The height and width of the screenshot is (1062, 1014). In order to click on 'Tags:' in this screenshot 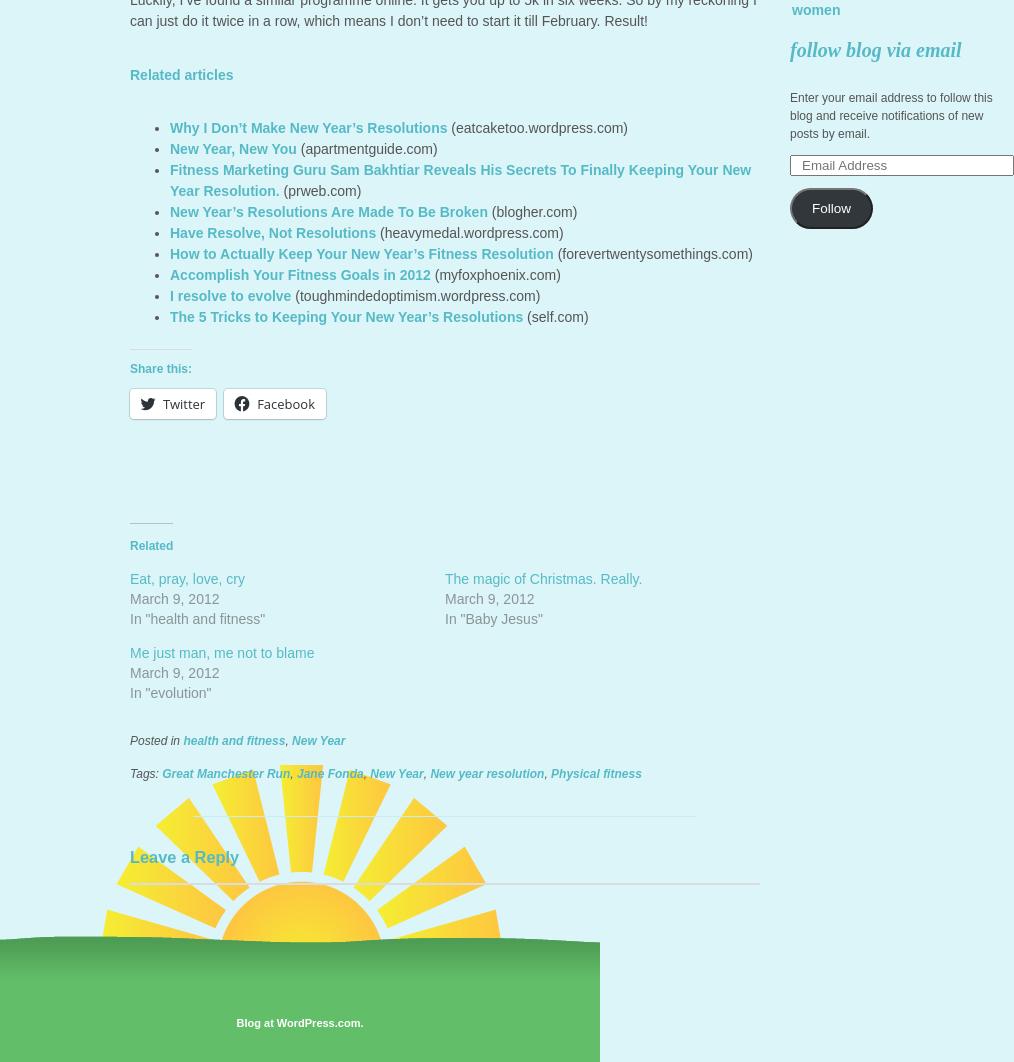, I will do `click(146, 773)`.